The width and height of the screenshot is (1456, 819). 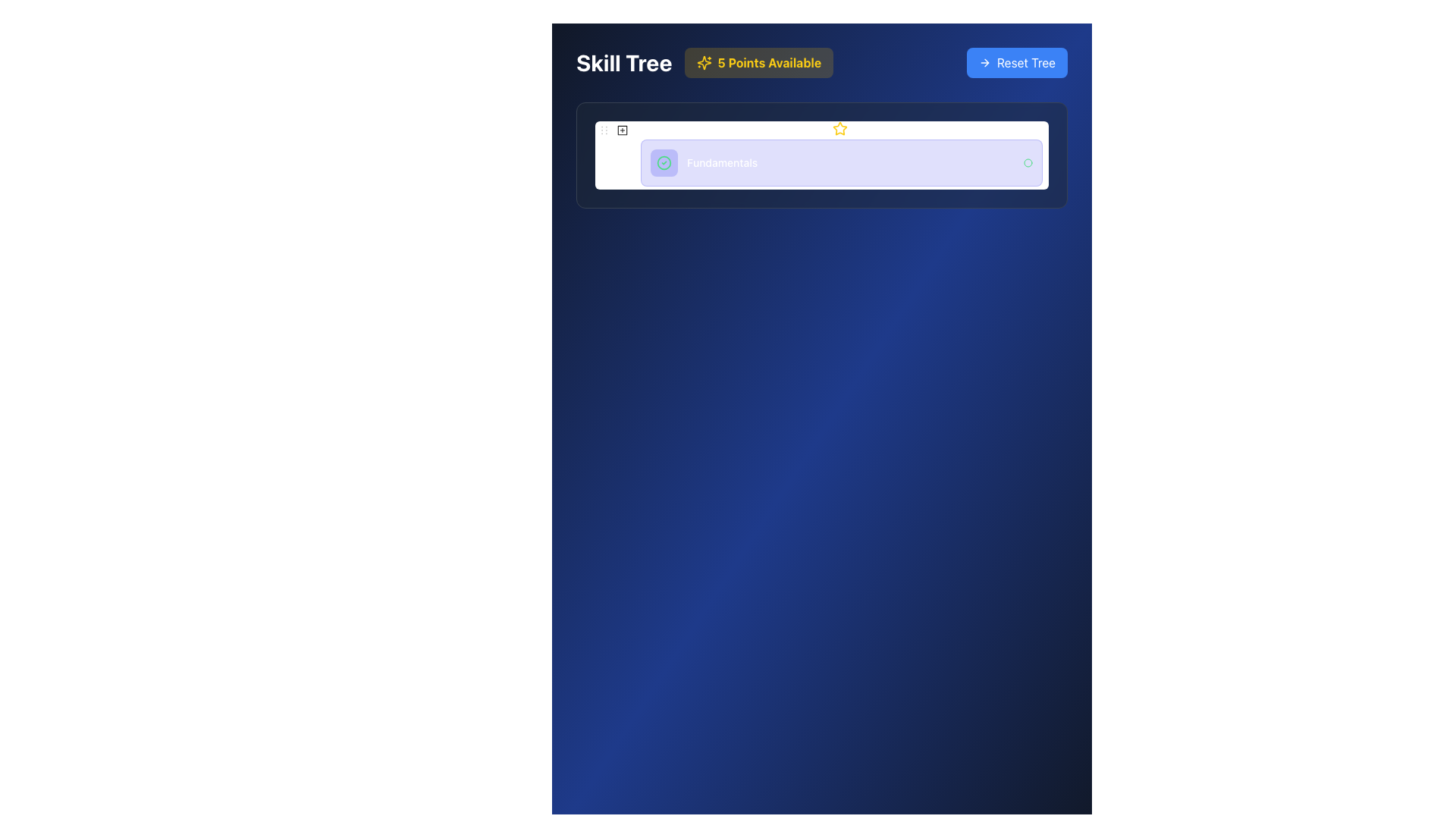 I want to click on to select the first item in the skill tree, which is displayed as part of a vertically oriented column in the UI, so click(x=821, y=154).